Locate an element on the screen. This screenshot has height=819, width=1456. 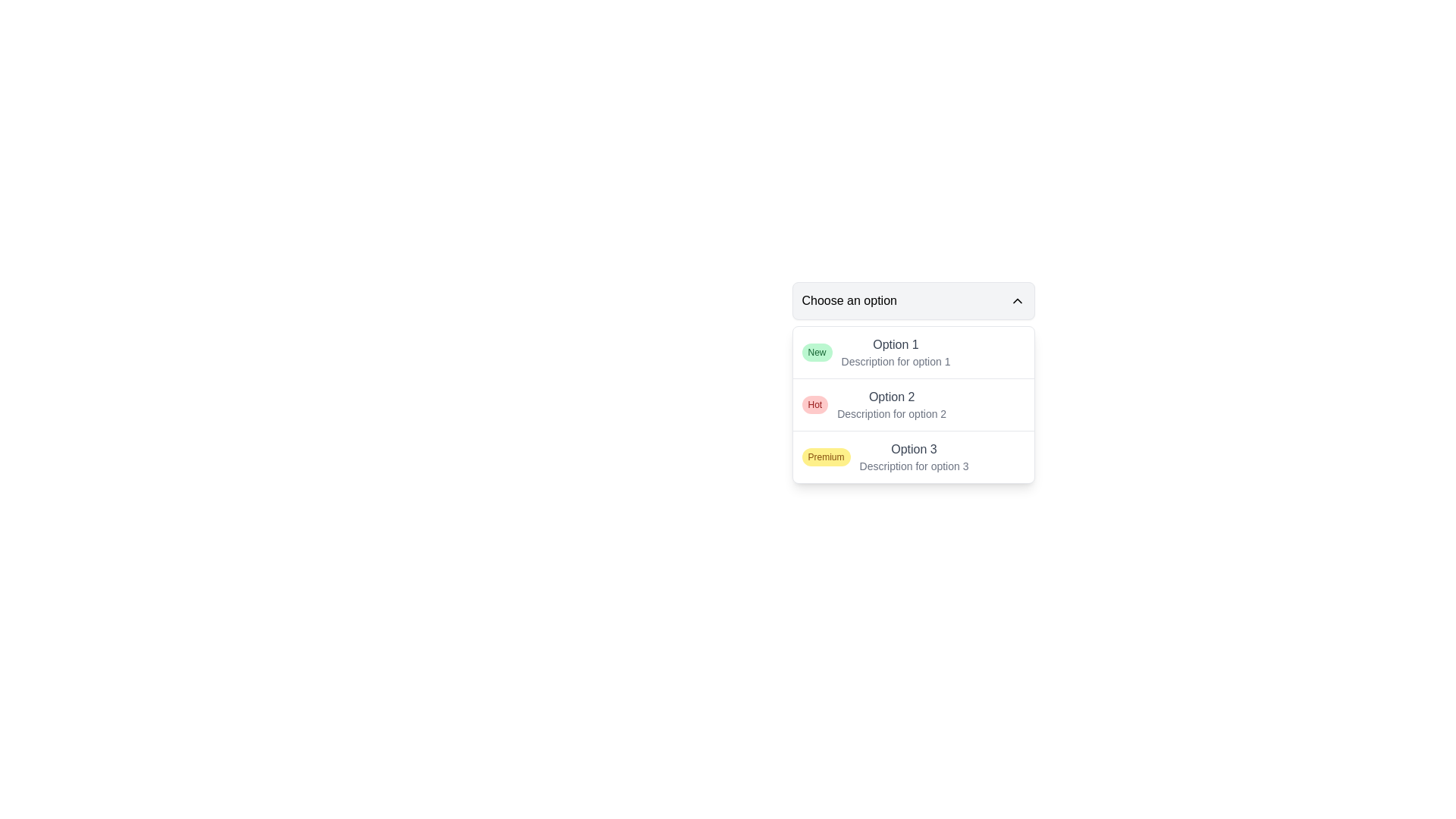
text label that displays 'Description for option 3', which is a line of small, light gray text positioned below 'Option 3' in the dropdown menu is located at coordinates (913, 465).